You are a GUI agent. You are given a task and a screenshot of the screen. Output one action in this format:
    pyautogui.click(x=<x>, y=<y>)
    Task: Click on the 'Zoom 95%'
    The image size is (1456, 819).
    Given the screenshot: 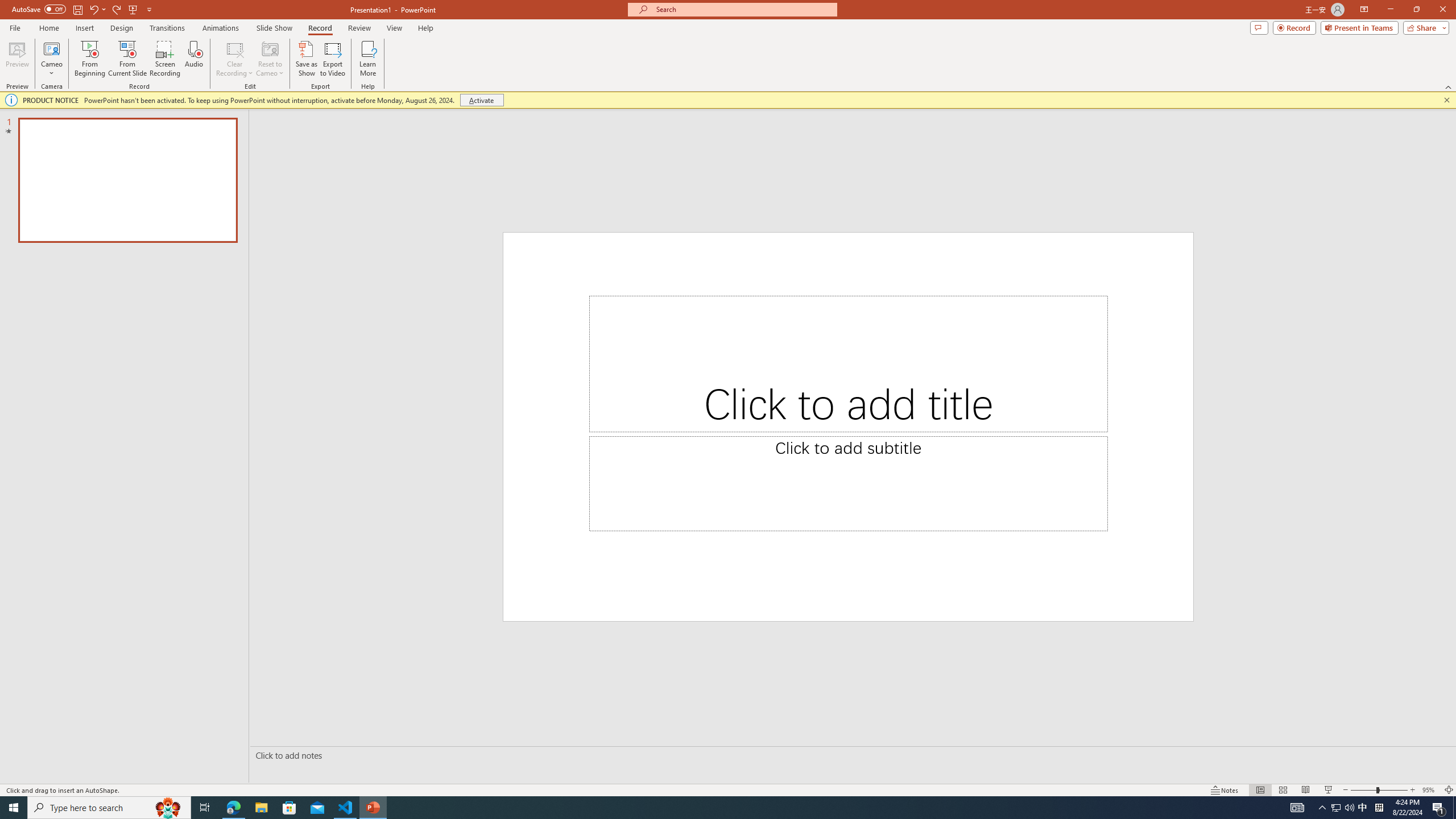 What is the action you would take?
    pyautogui.click(x=1430, y=790)
    